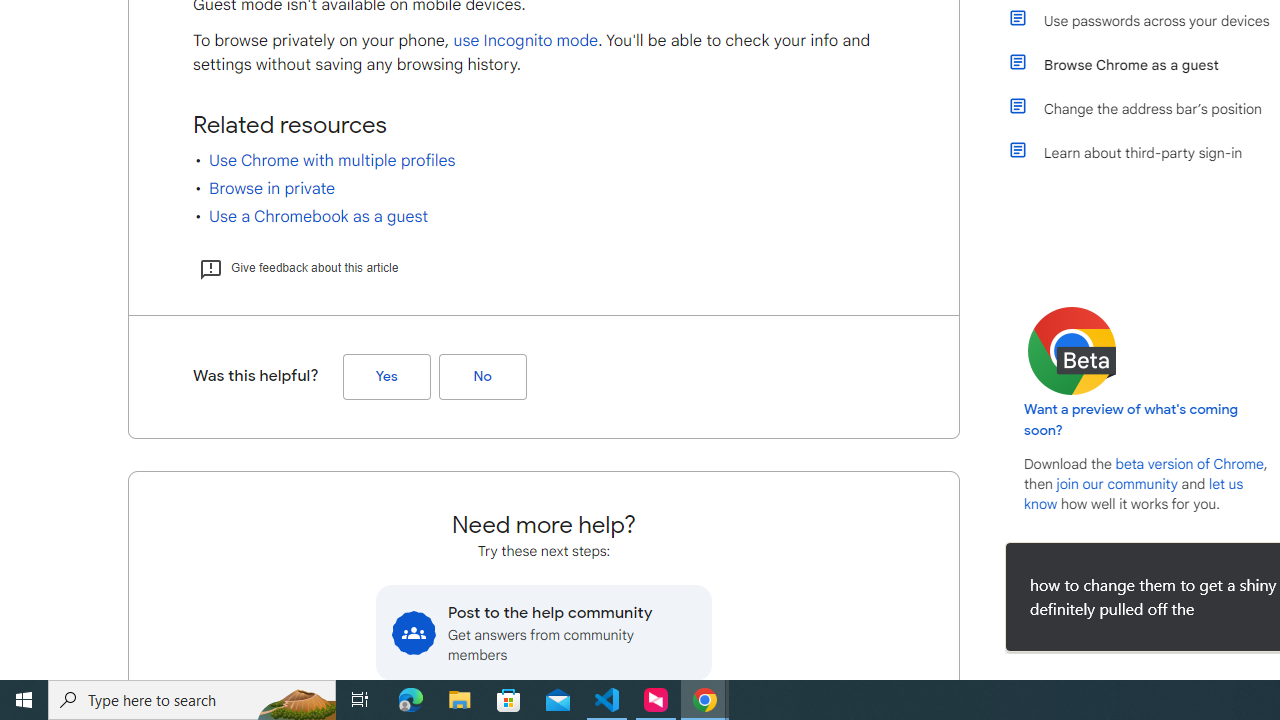 Image resolution: width=1280 pixels, height=720 pixels. Describe the element at coordinates (271, 189) in the screenshot. I see `'Browse in private'` at that location.